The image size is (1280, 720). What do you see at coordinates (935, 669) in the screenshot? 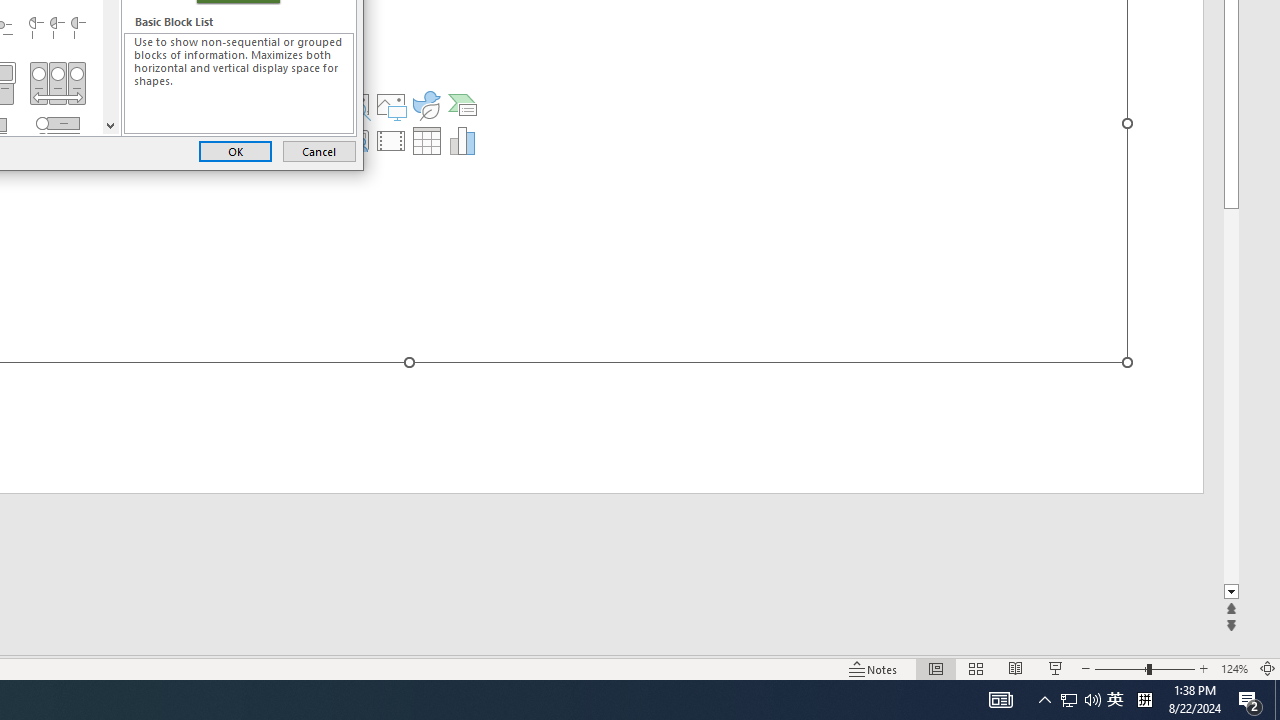
I see `'Normal'` at bounding box center [935, 669].